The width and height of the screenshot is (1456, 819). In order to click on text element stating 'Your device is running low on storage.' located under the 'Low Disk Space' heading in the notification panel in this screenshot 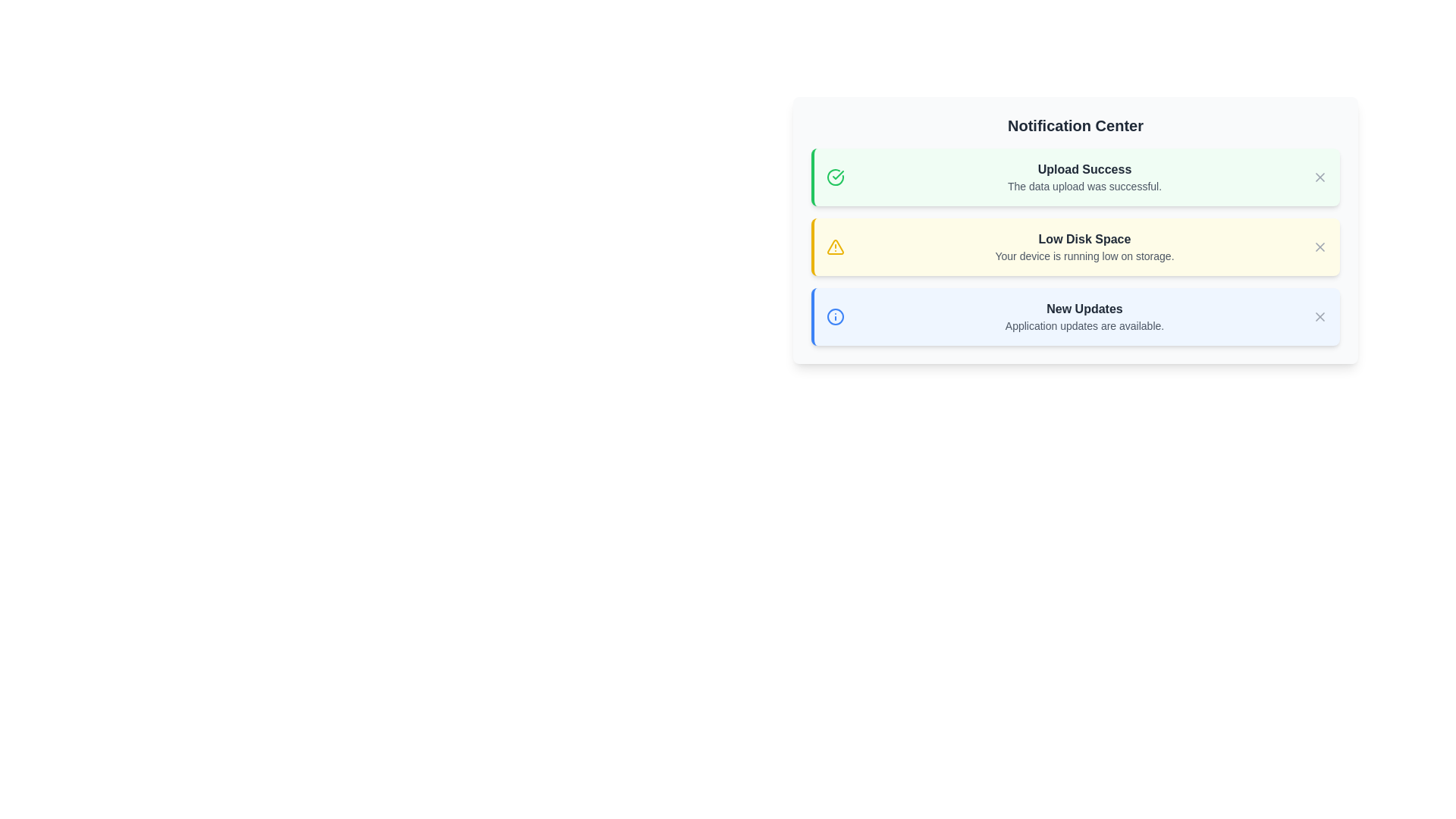, I will do `click(1084, 256)`.